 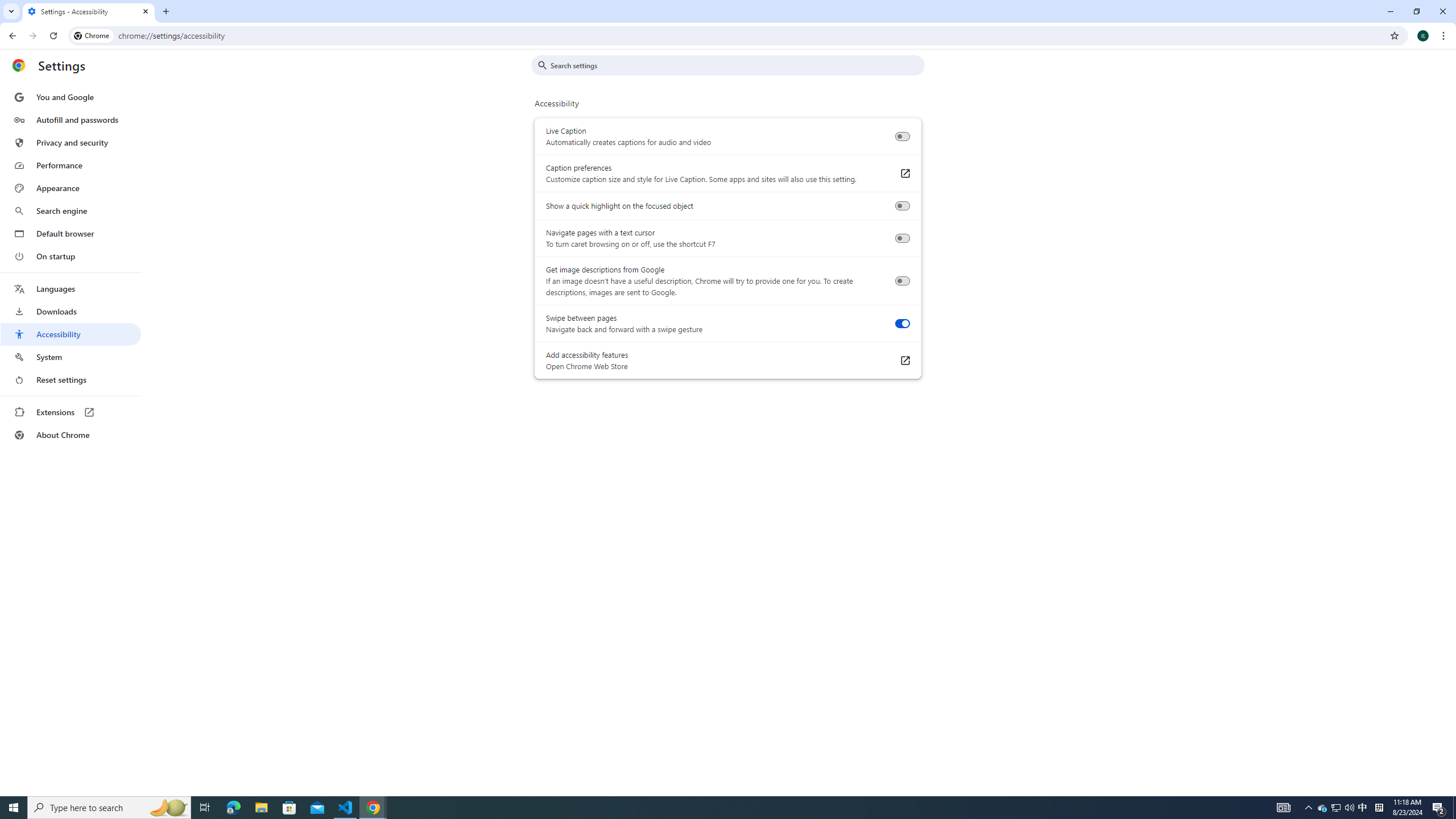 I want to click on 'Settings - Accessibility', so click(x=88, y=11).